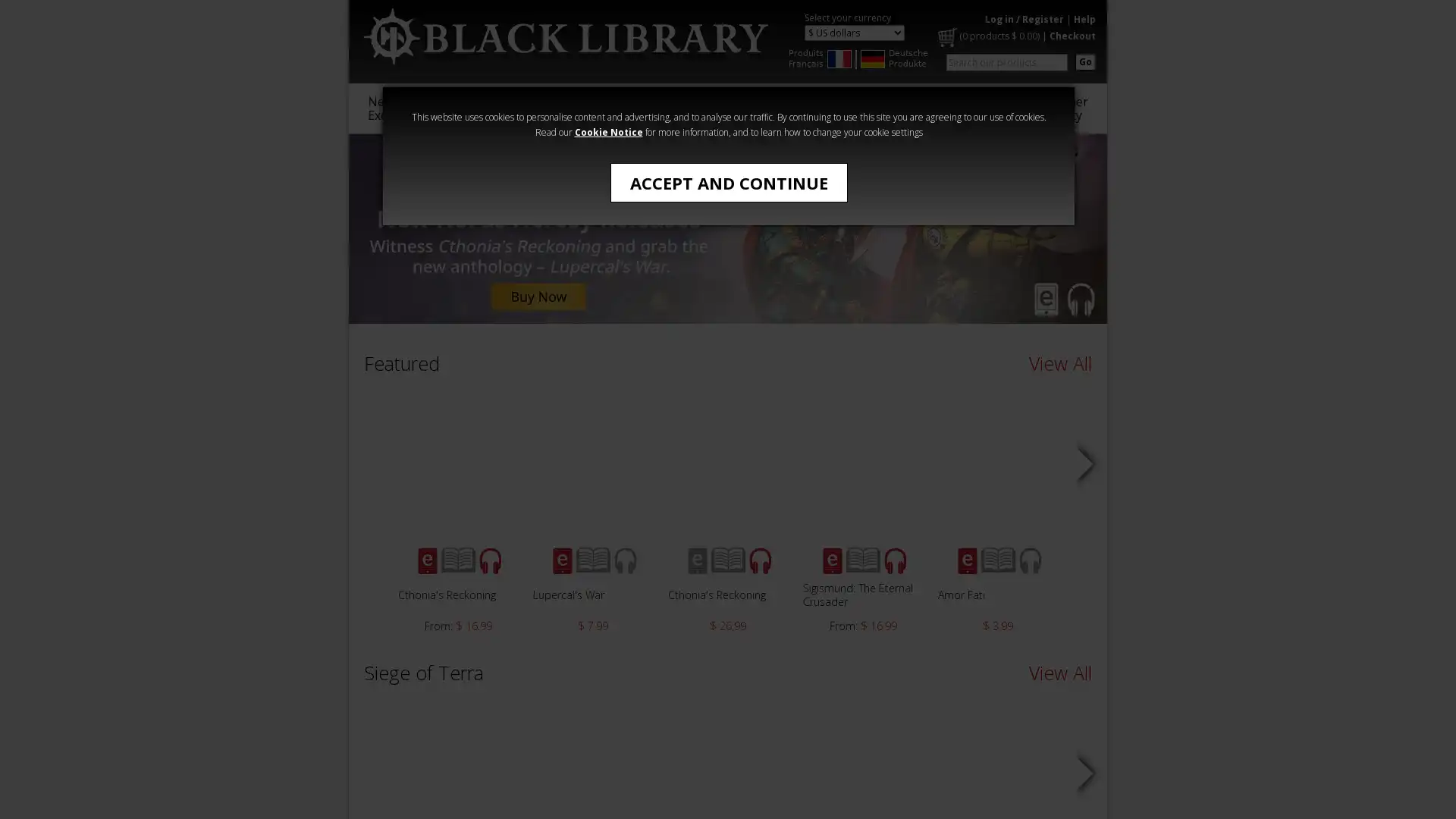 Image resolution: width=1456 pixels, height=819 pixels. Describe the element at coordinates (1084, 61) in the screenshot. I see `Go` at that location.